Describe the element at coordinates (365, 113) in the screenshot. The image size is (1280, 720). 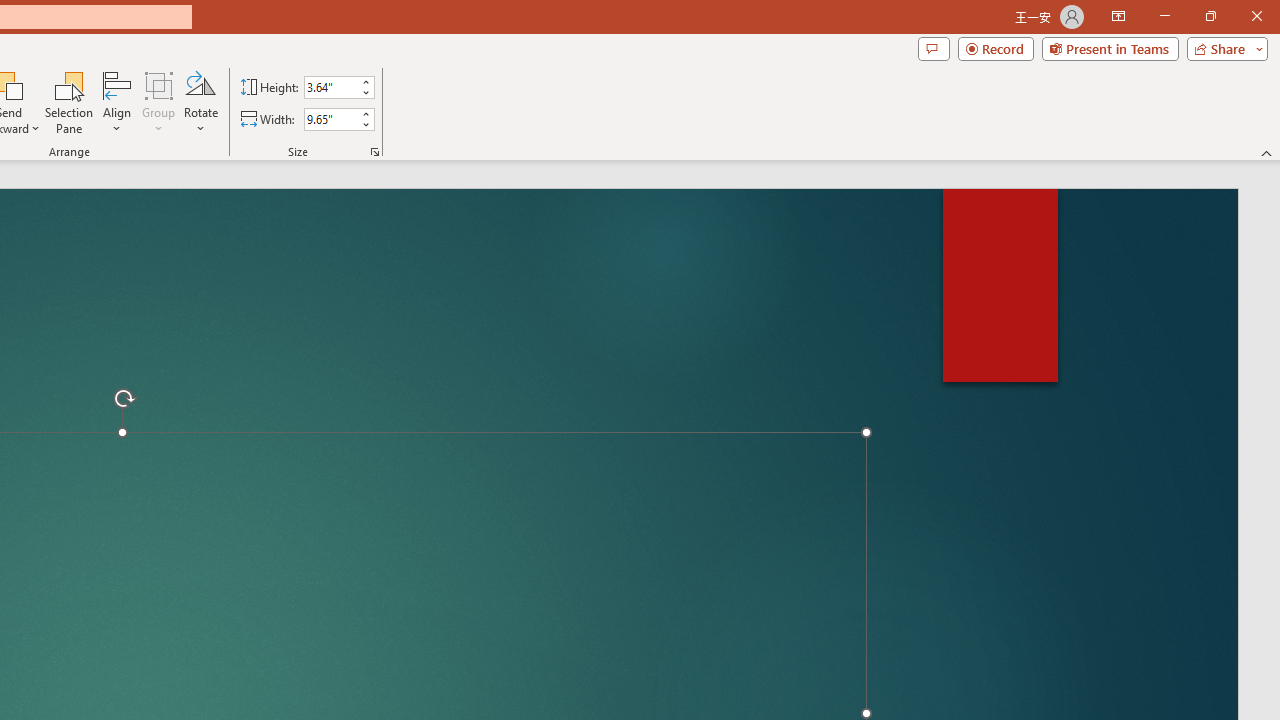
I see `'More'` at that location.